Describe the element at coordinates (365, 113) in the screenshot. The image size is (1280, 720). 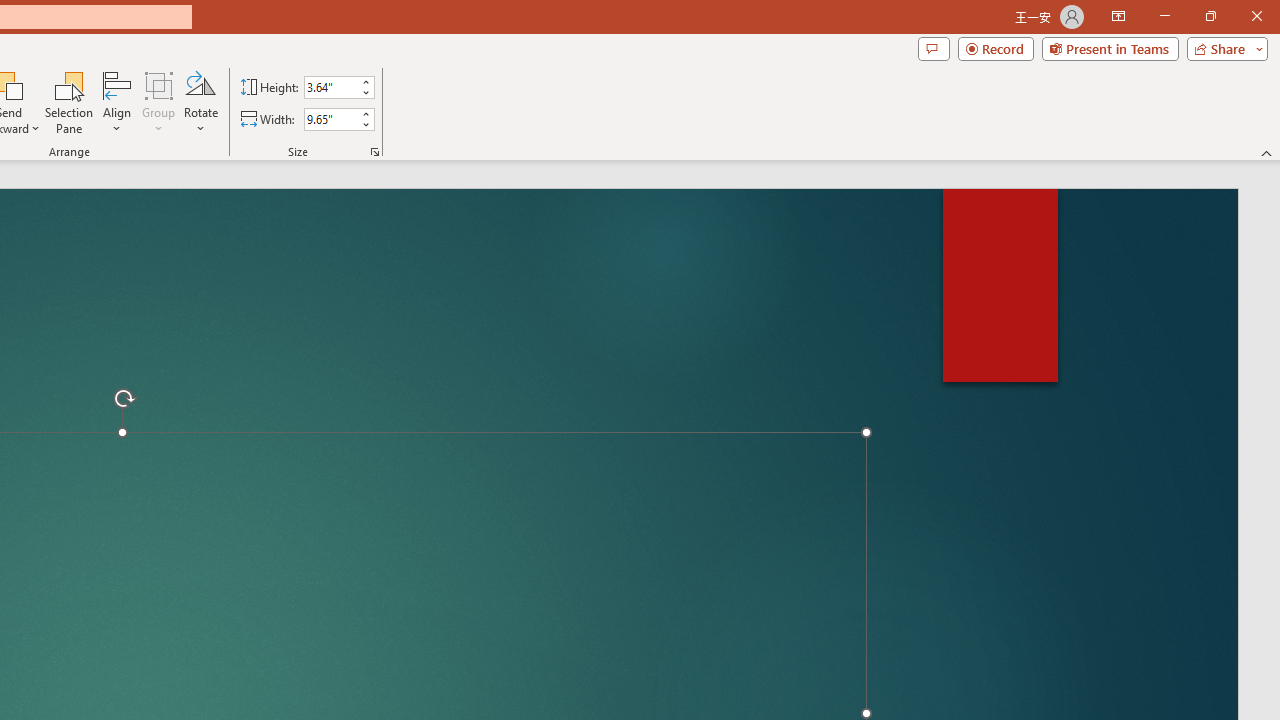
I see `'More'` at that location.